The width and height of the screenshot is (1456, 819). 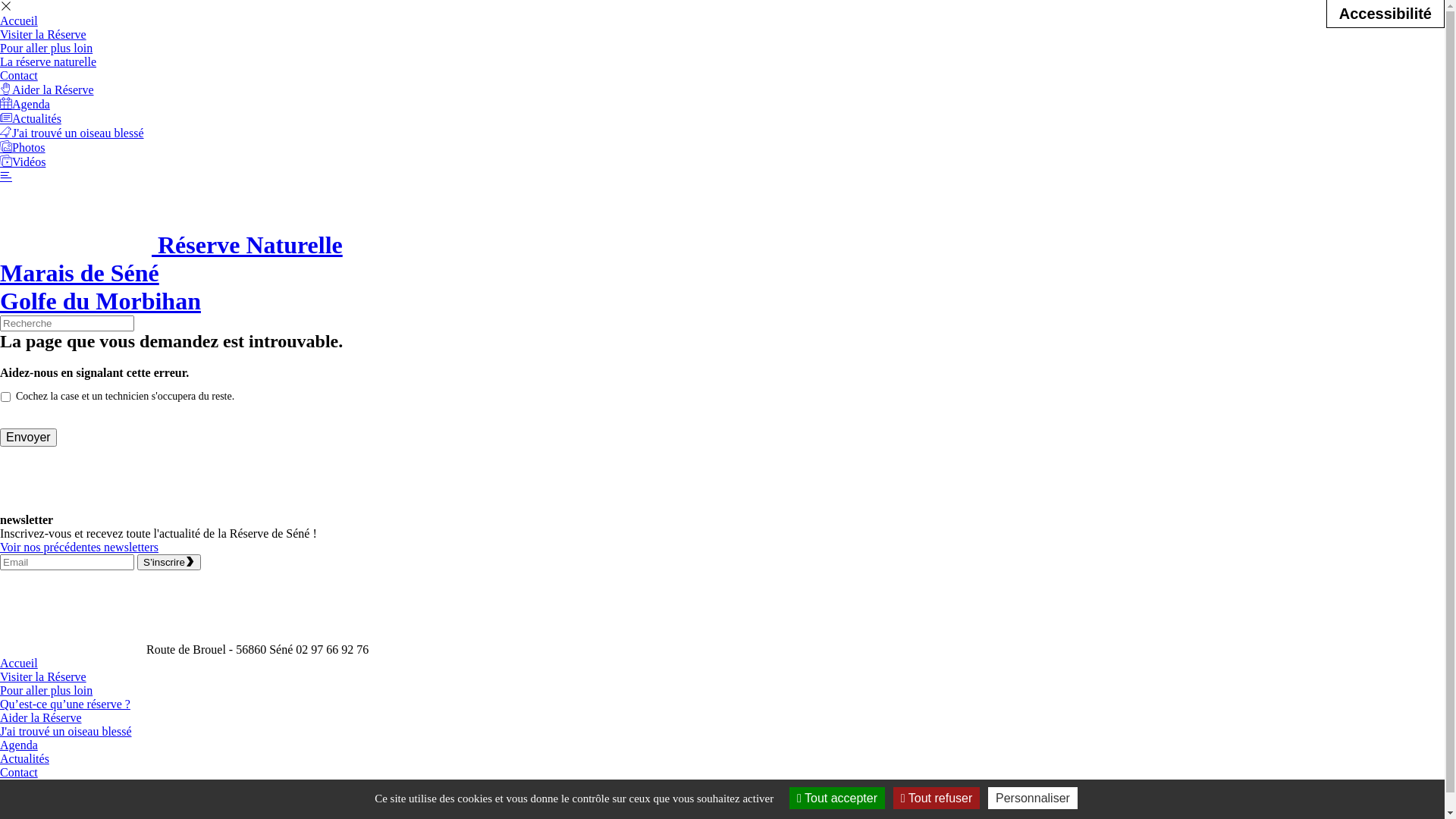 I want to click on 'Photos', so click(x=0, y=147).